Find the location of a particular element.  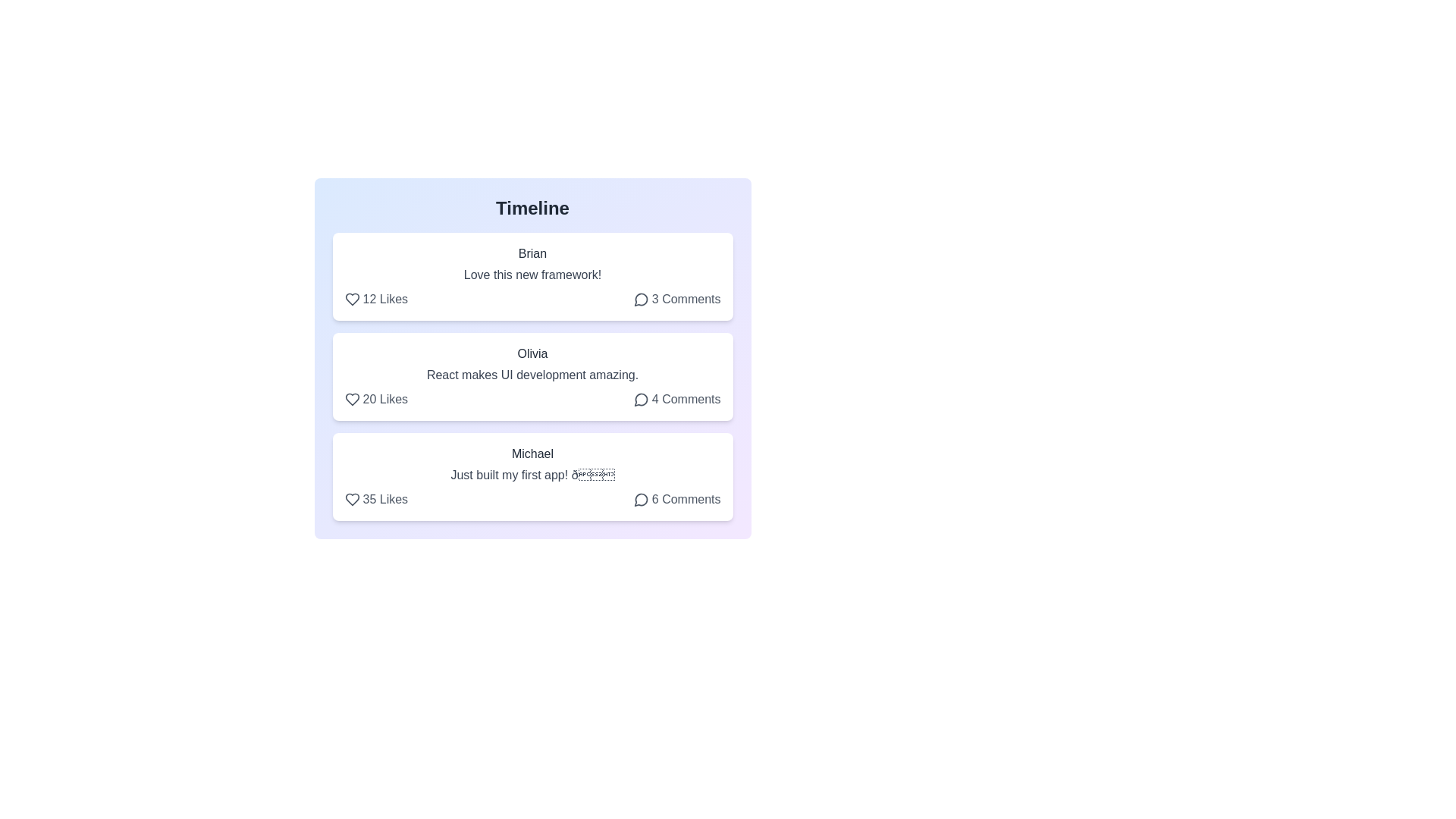

comment button for the post by Olivia is located at coordinates (676, 399).